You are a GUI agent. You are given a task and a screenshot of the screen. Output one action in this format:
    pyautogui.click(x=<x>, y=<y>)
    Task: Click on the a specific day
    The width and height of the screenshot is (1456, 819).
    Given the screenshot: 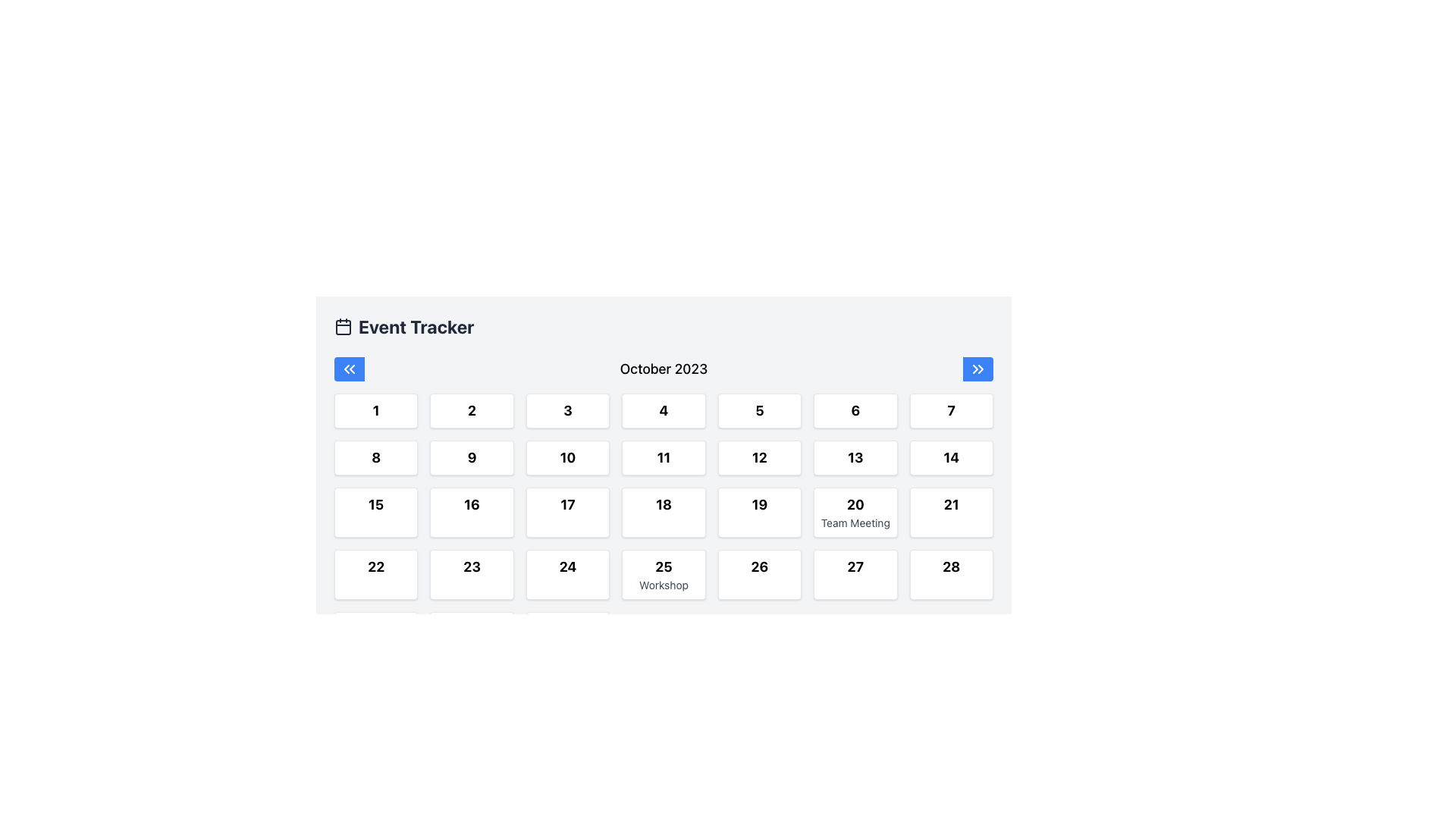 What is the action you would take?
    pyautogui.click(x=664, y=519)
    